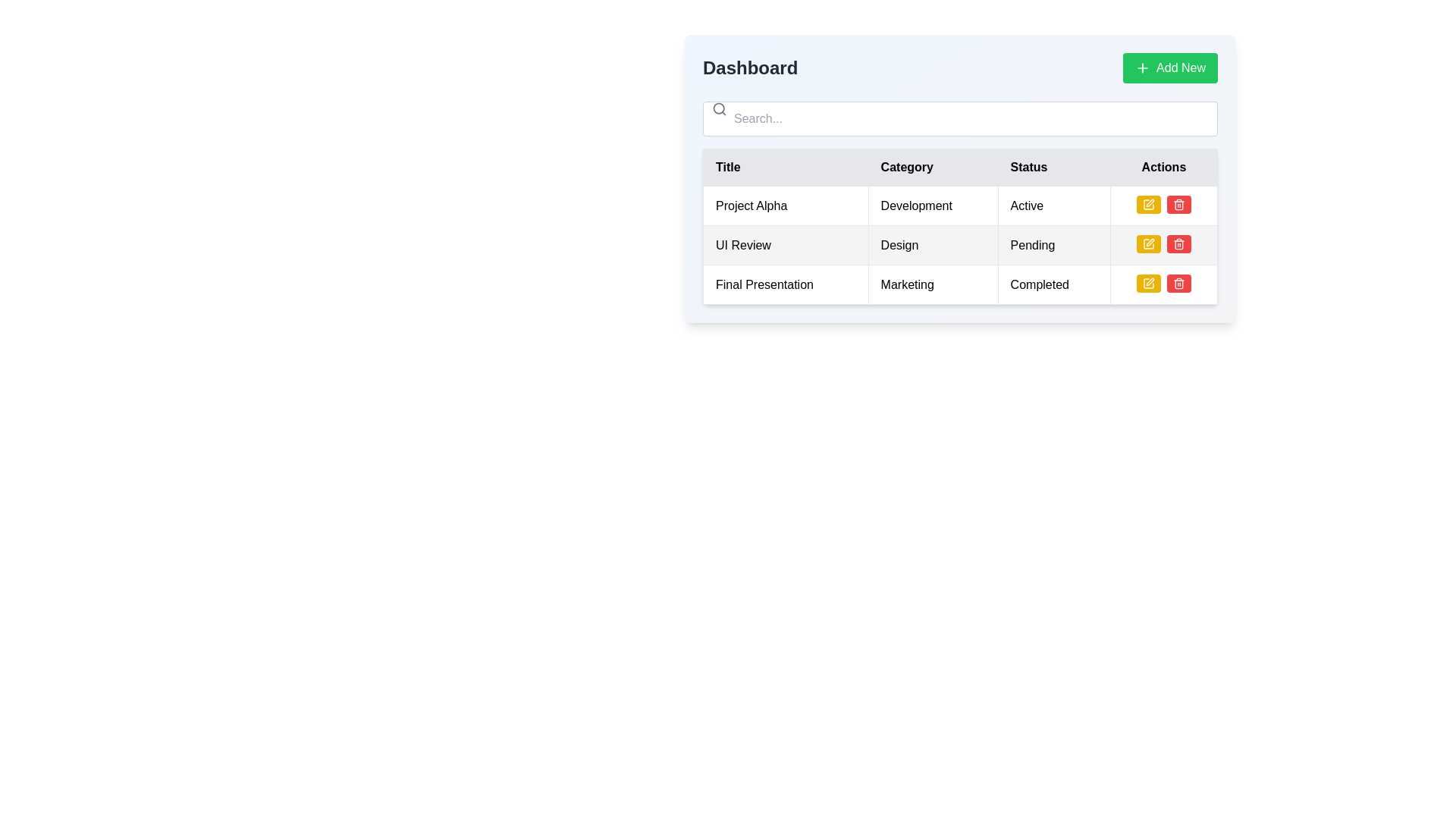 This screenshot has height=819, width=1456. What do you see at coordinates (1148, 243) in the screenshot?
I see `the edit button located in the first position of the 'Actions' column in the second row of the table` at bounding box center [1148, 243].